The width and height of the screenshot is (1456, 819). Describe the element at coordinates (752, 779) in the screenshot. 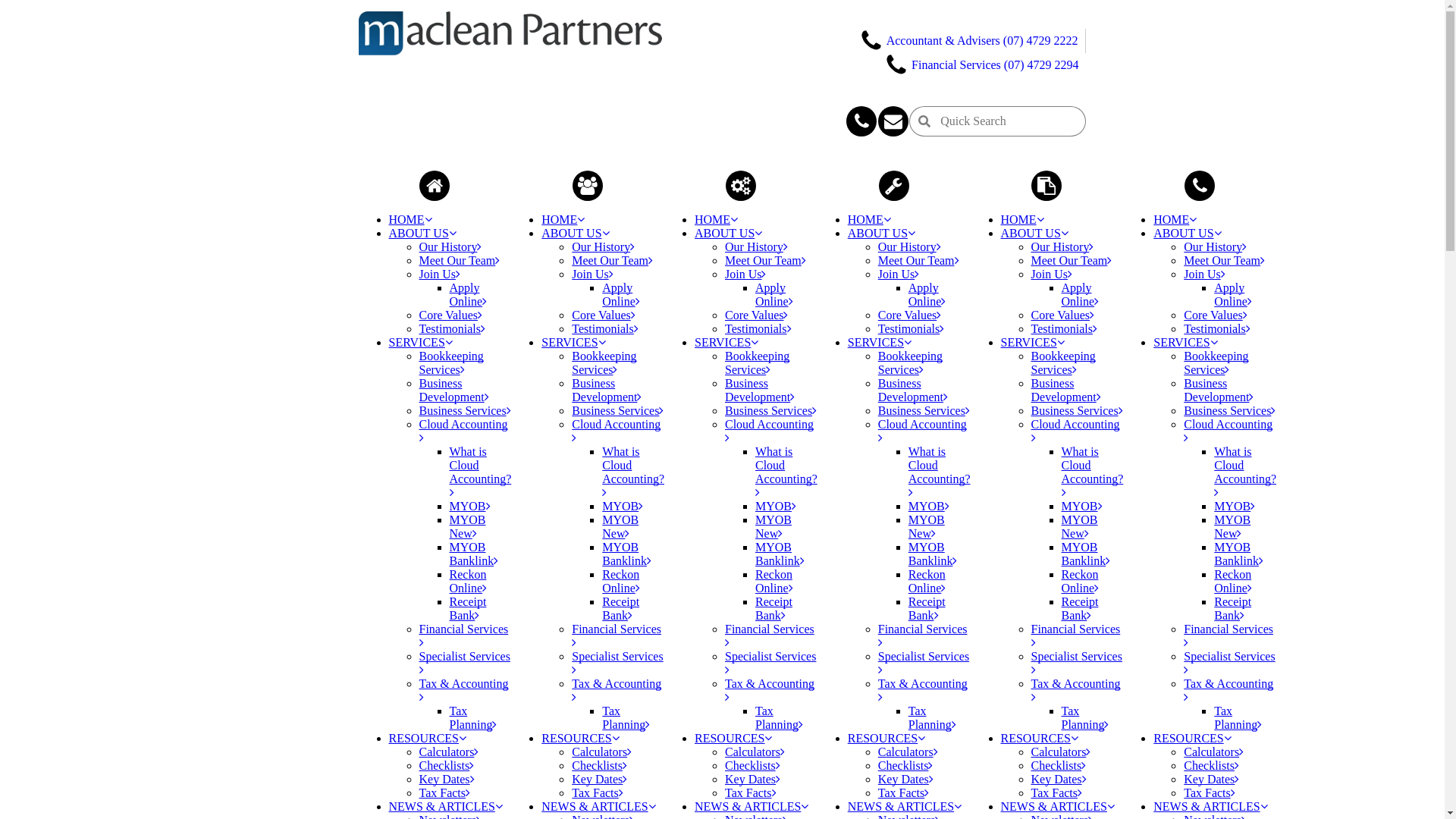

I see `'Key Dates'` at that location.